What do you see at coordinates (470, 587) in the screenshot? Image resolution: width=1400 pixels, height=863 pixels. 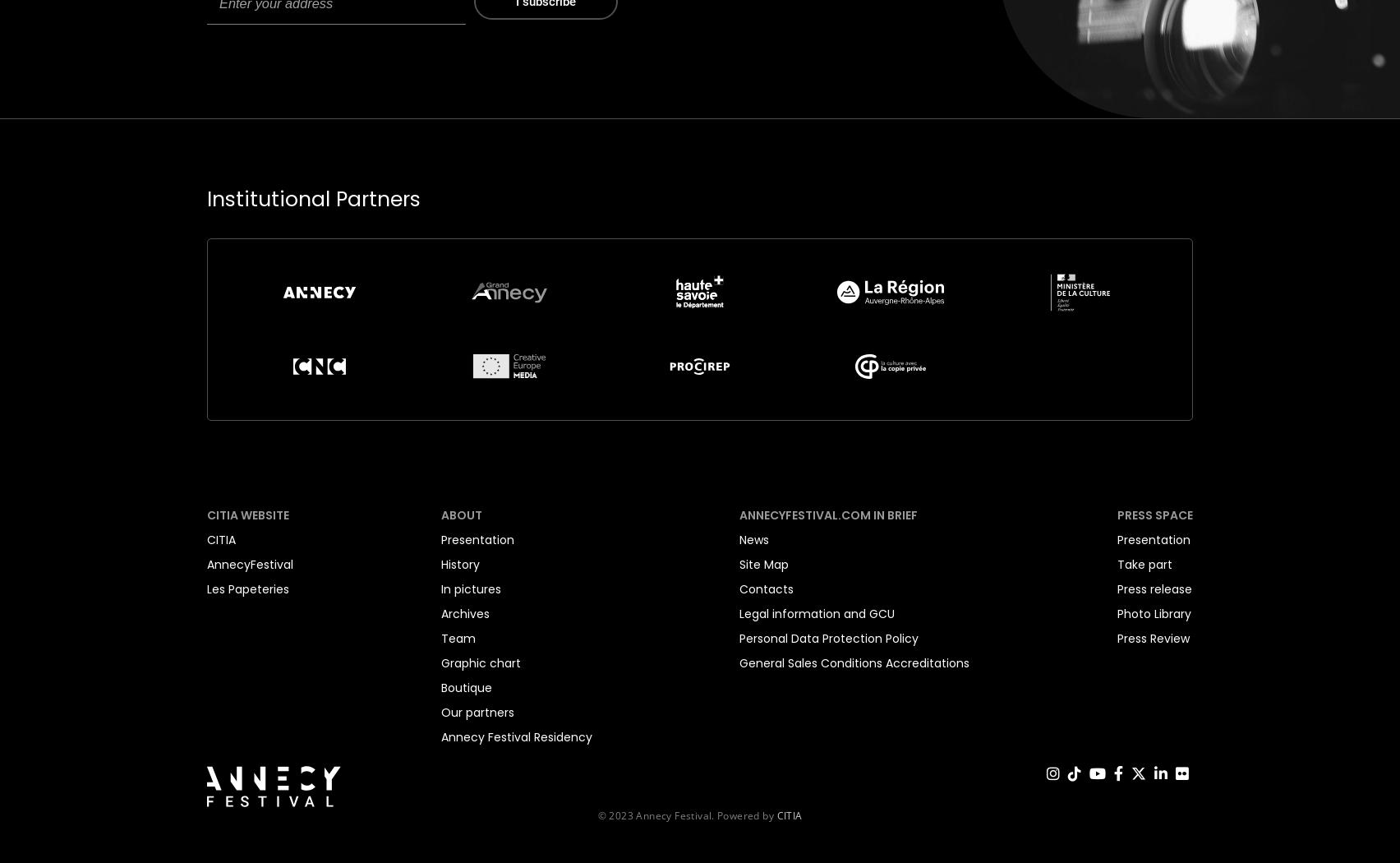 I see `'In pictures'` at bounding box center [470, 587].